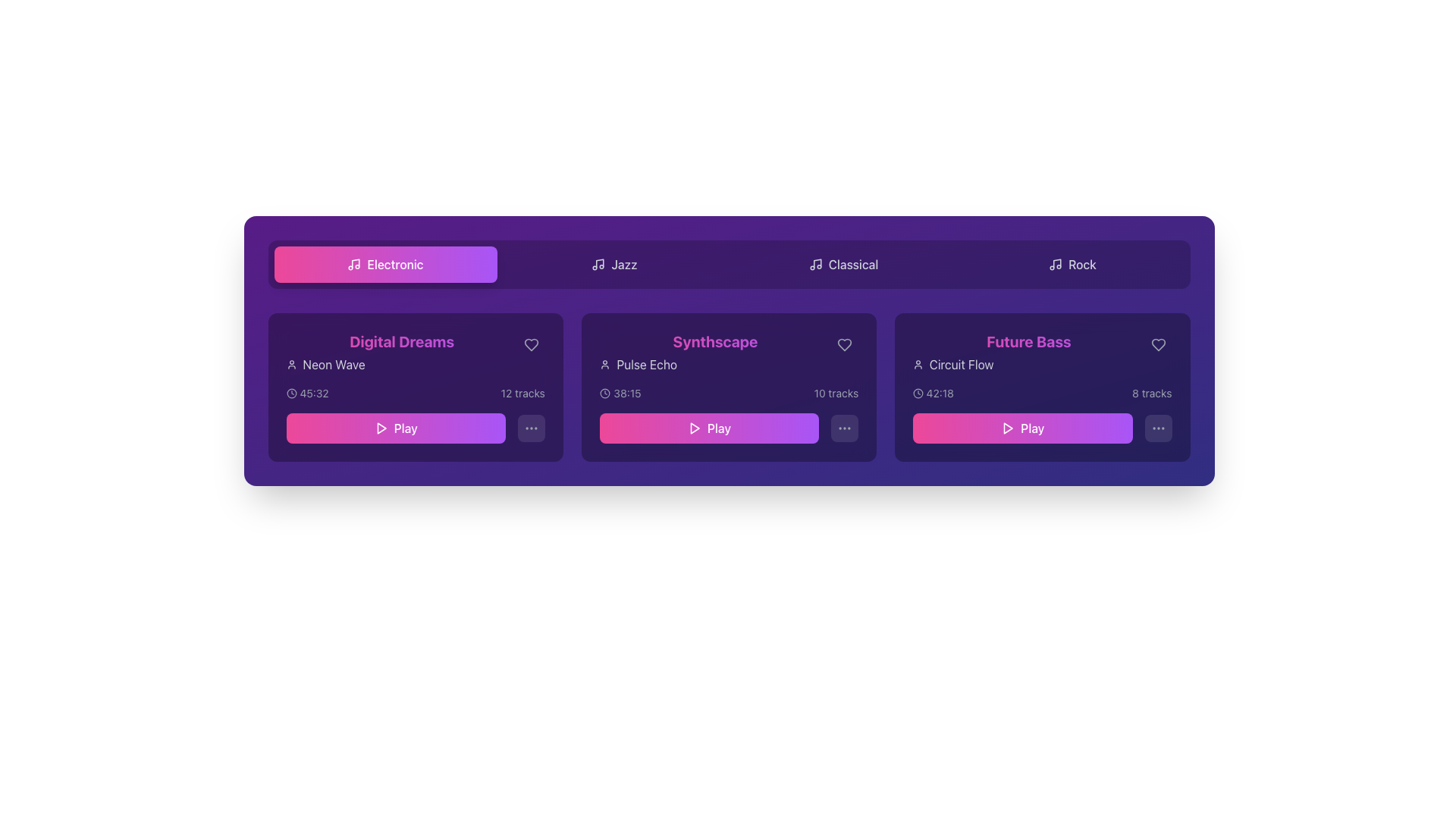 Image resolution: width=1456 pixels, height=819 pixels. Describe the element at coordinates (844, 345) in the screenshot. I see `the heart-shaped button icon in the top-right section of the 'Synthscape' card` at that location.